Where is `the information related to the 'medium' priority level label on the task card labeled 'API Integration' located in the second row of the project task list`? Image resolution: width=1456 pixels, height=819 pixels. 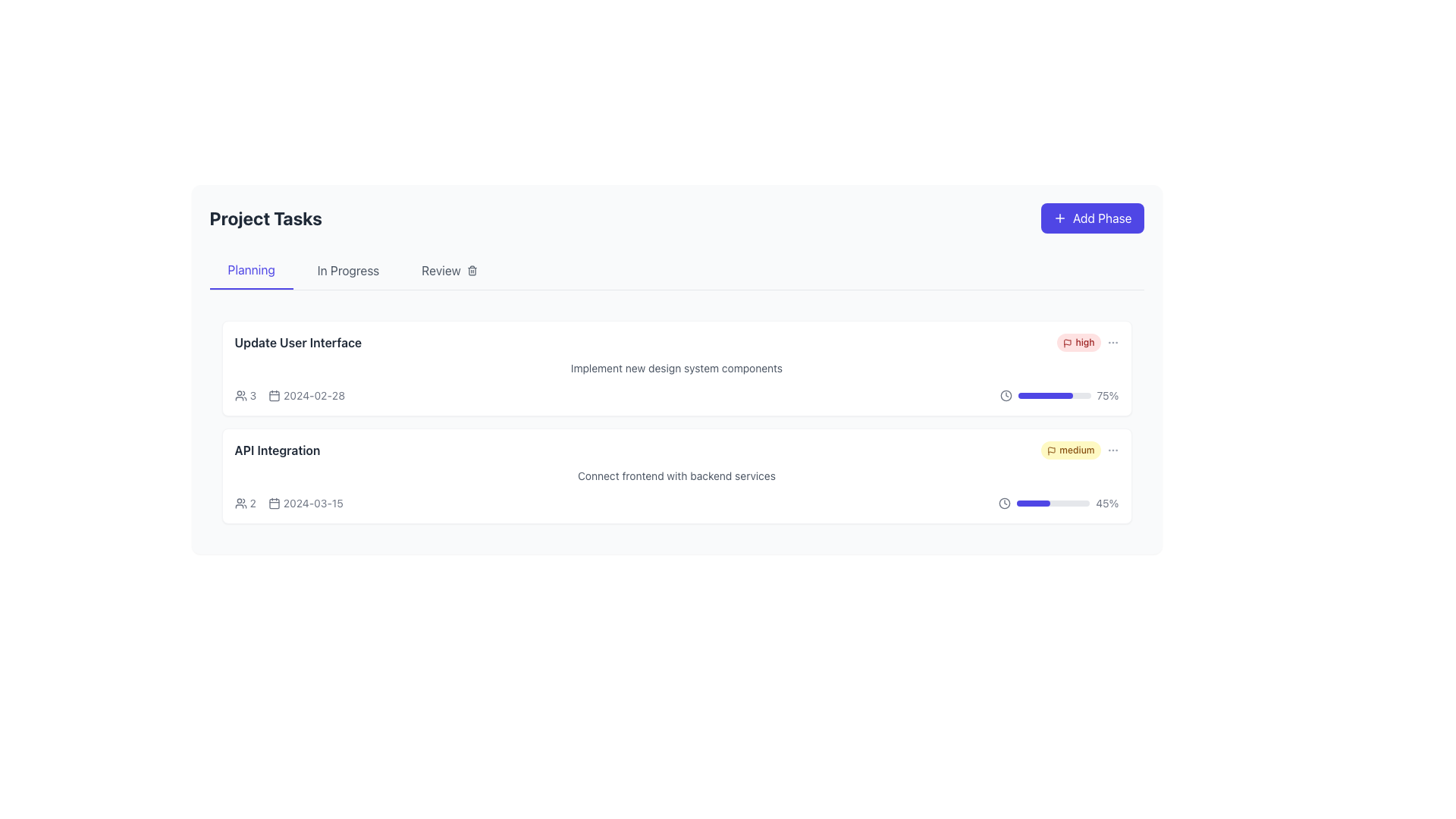 the information related to the 'medium' priority level label on the task card labeled 'API Integration' located in the second row of the project task list is located at coordinates (1070, 450).